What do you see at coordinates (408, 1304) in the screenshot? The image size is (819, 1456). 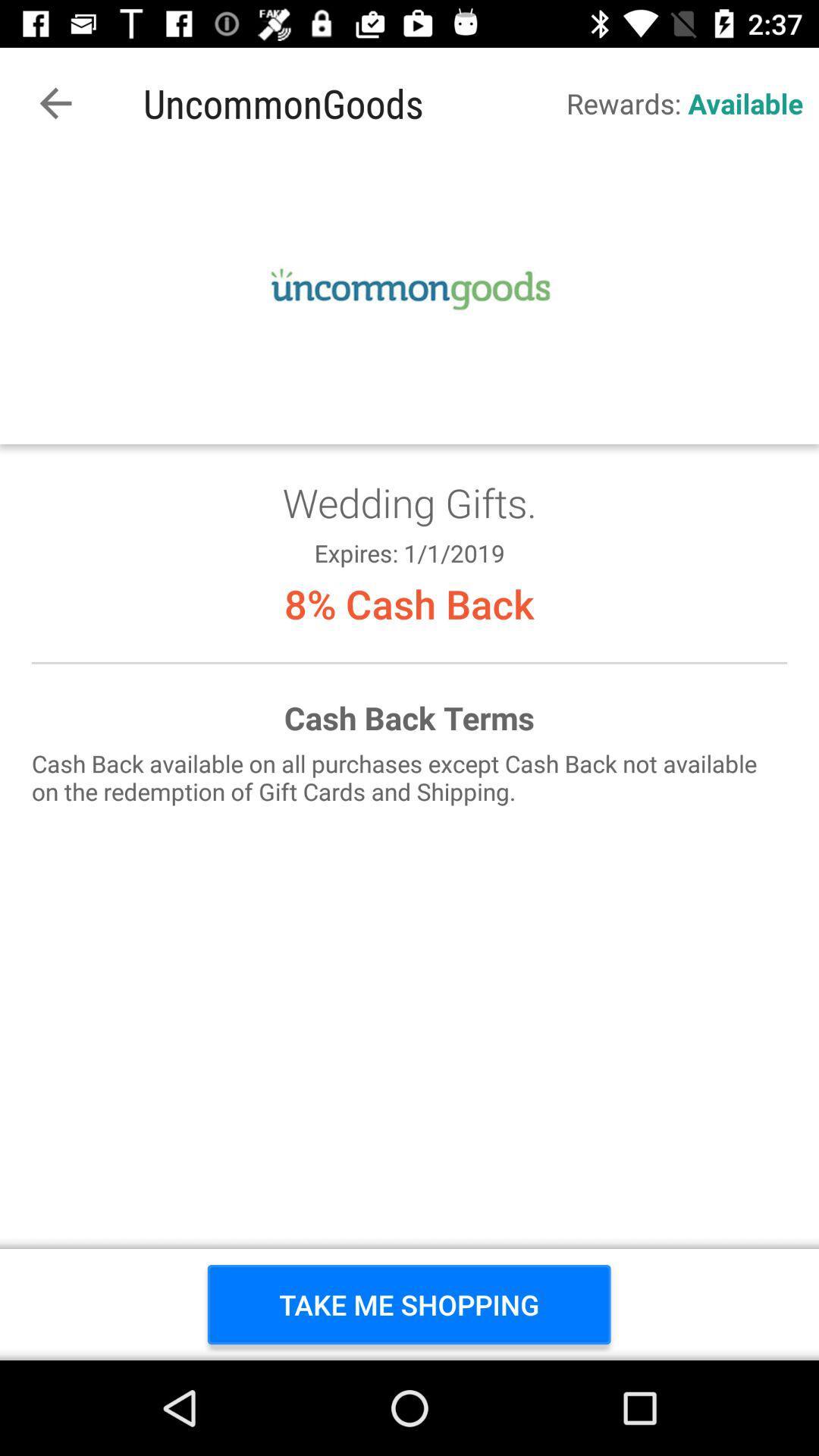 I see `the take me shopping icon` at bounding box center [408, 1304].